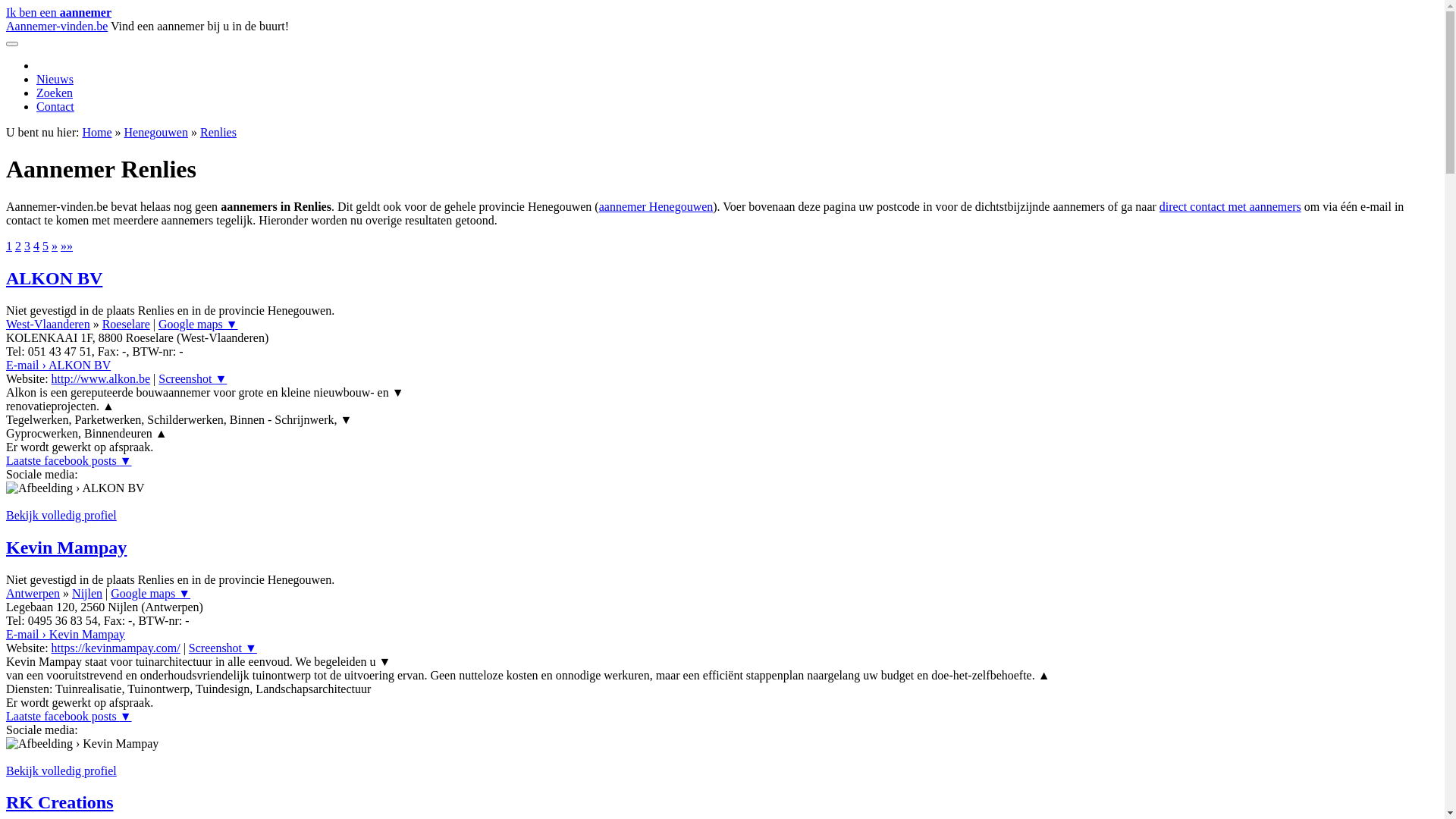 The width and height of the screenshot is (1456, 819). I want to click on '1', so click(9, 245).